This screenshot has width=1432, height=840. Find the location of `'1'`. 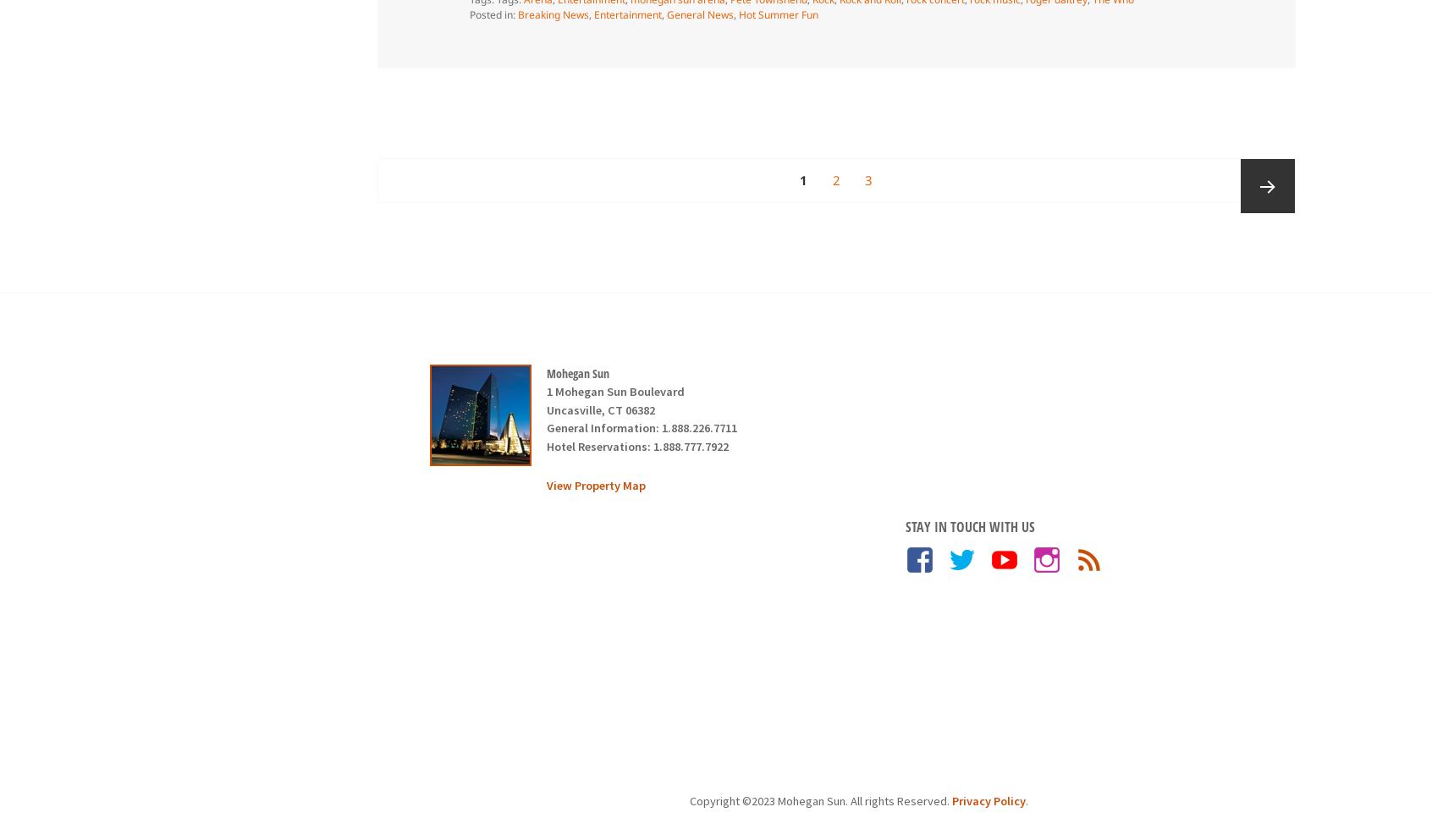

'1' is located at coordinates (803, 179).